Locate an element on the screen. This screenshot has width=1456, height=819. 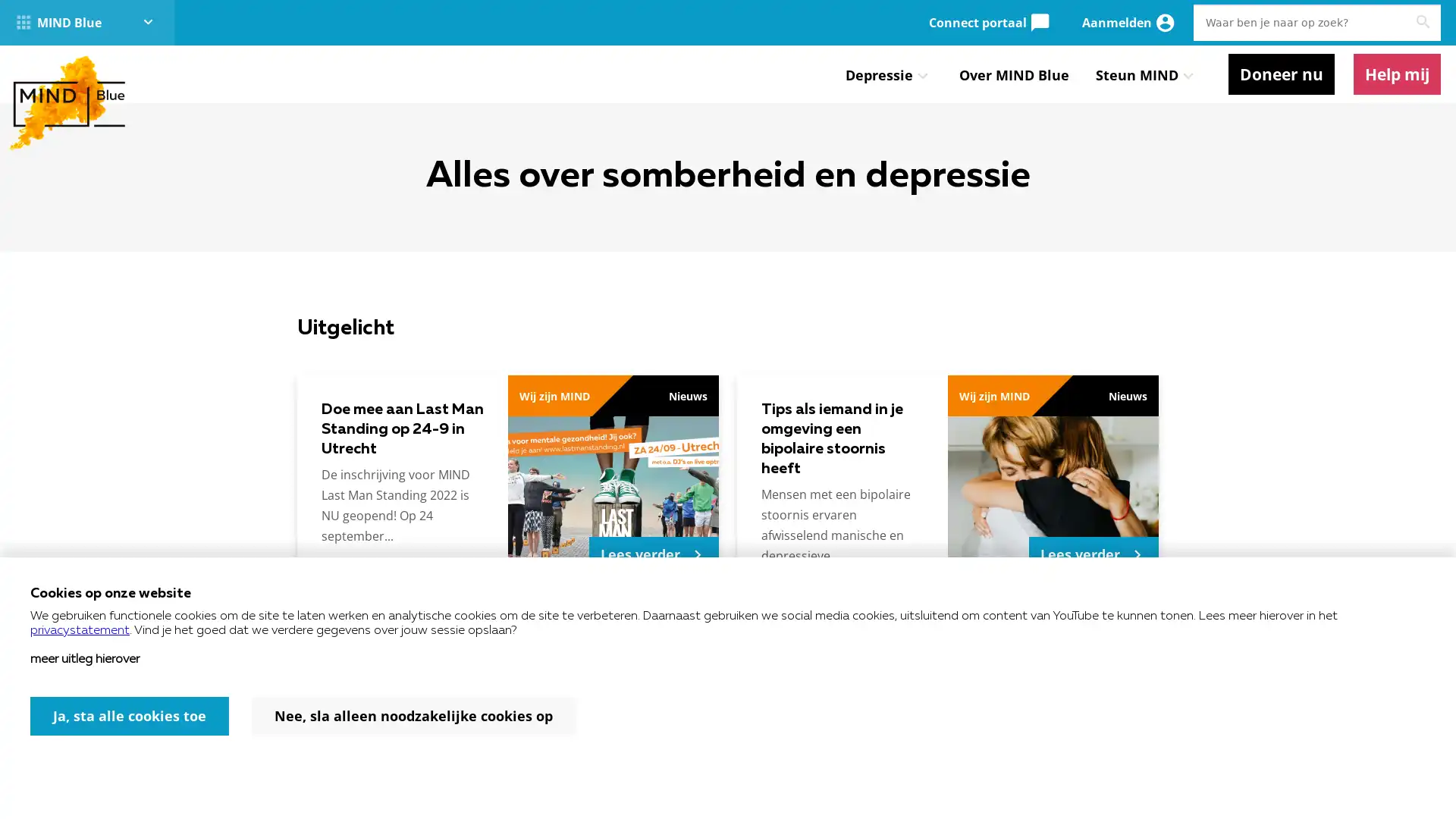
Nee, sla alleen noodzakelijke cookies op is located at coordinates (413, 716).